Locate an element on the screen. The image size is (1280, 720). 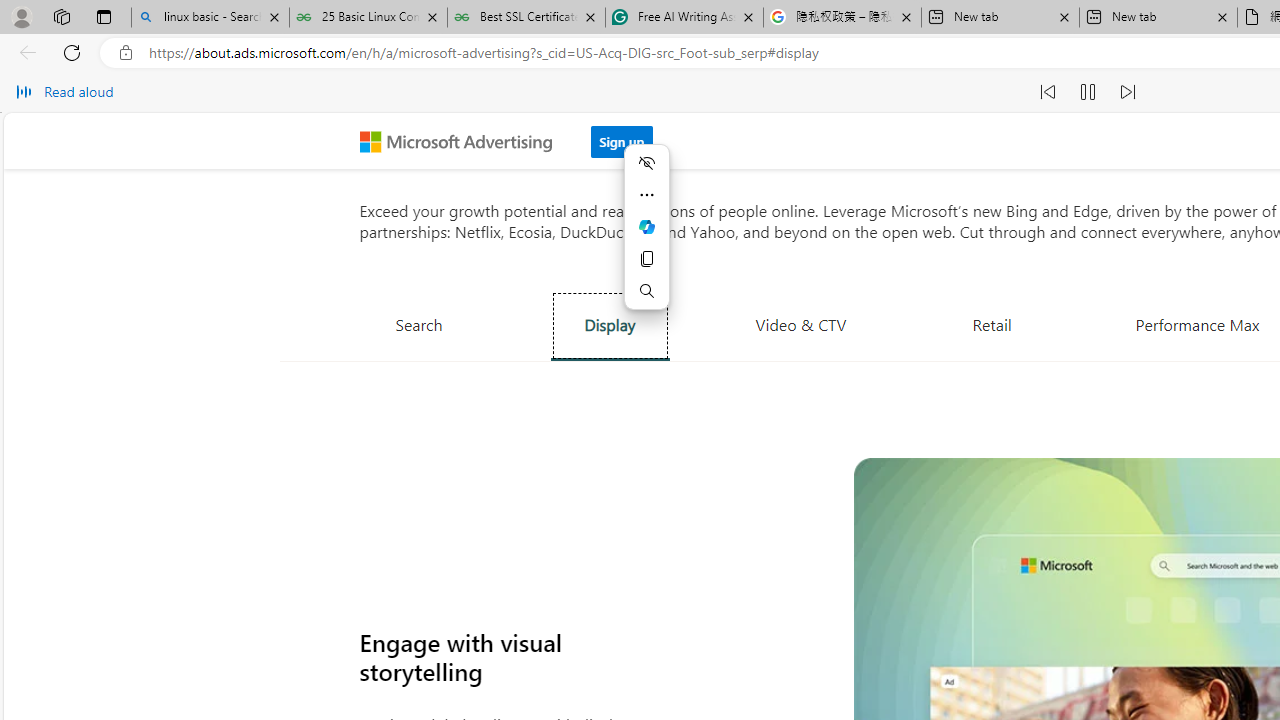
'Microsoft Advertising' is located at coordinates (463, 139).